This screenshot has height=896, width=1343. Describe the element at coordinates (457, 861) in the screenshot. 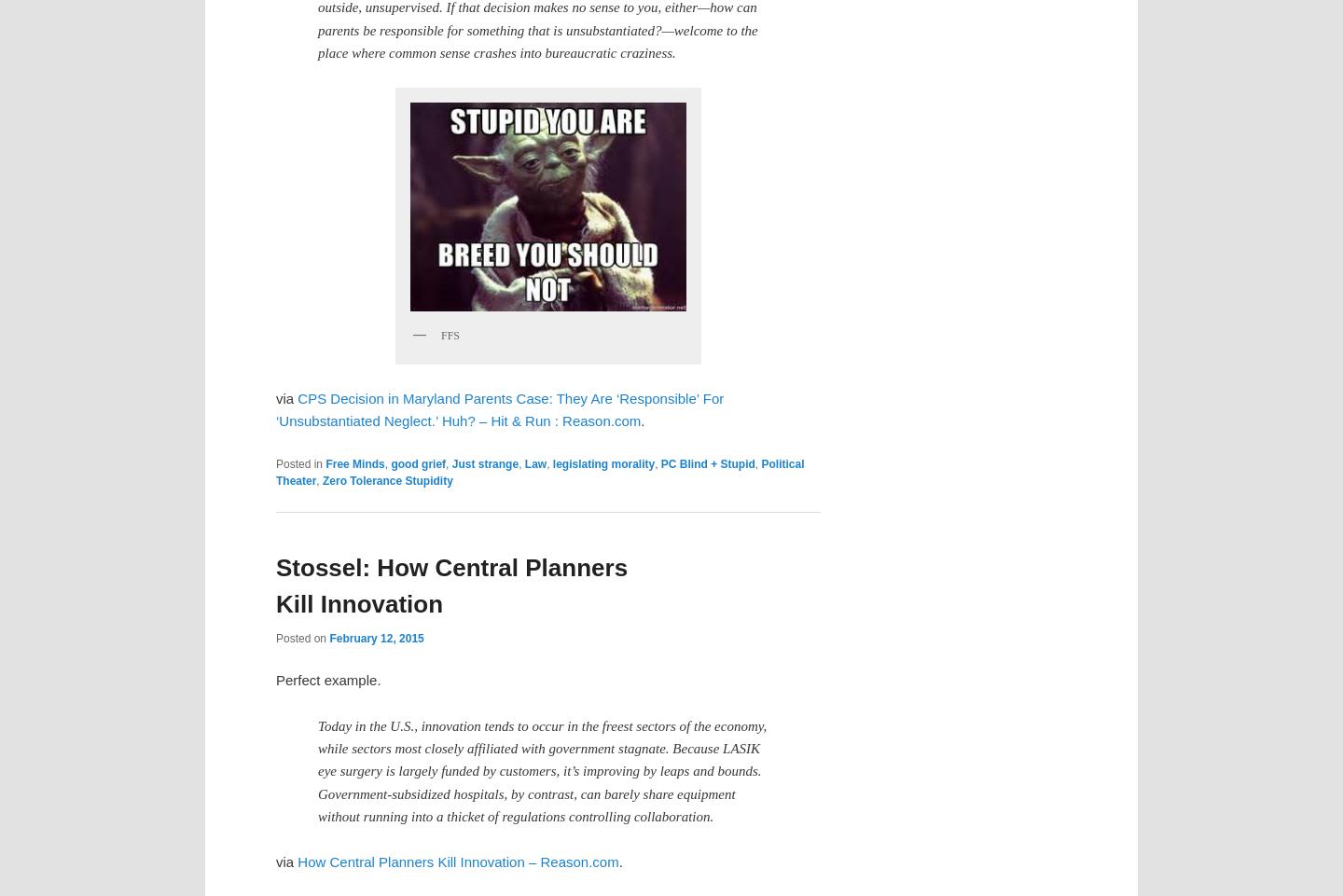

I see `'How Central Planners Kill Innovation – Reason.com'` at that location.